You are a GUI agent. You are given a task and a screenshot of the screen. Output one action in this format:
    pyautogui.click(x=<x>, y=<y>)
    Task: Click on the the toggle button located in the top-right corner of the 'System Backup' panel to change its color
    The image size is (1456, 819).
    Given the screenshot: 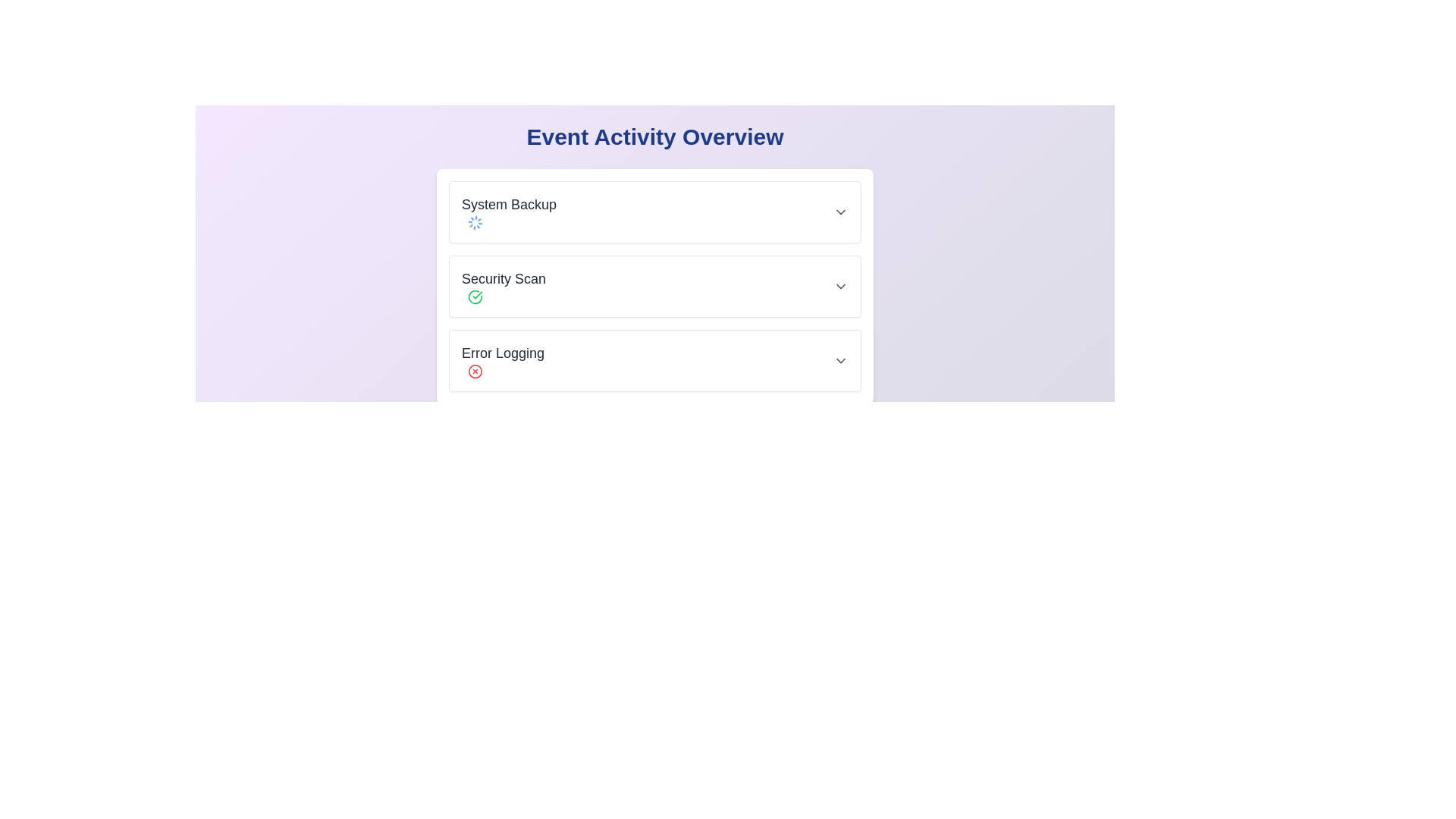 What is the action you would take?
    pyautogui.click(x=839, y=212)
    